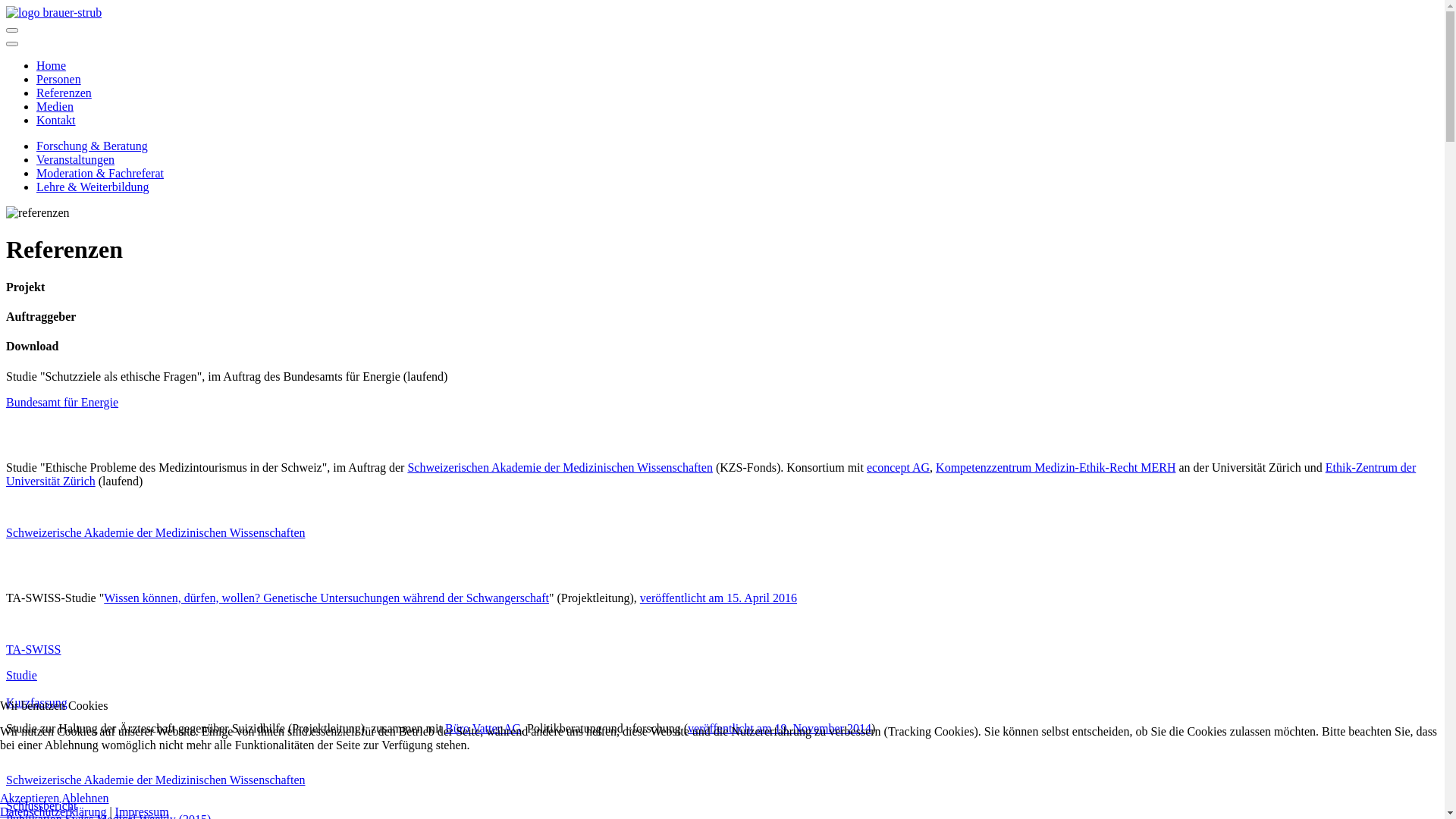 The width and height of the screenshot is (1456, 819). Describe the element at coordinates (58, 79) in the screenshot. I see `'Personen'` at that location.